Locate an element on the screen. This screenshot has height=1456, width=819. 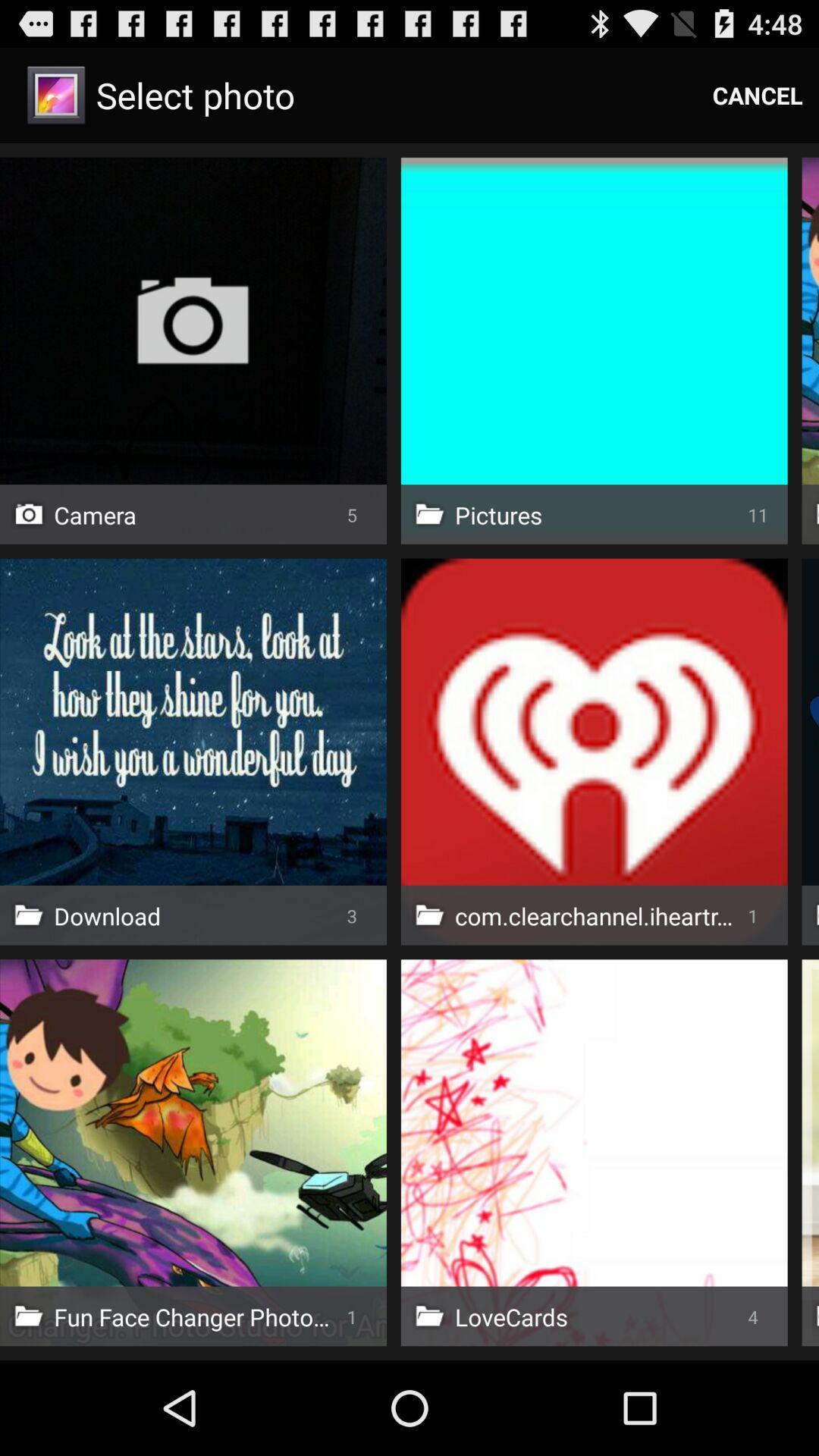
the cancel is located at coordinates (758, 94).